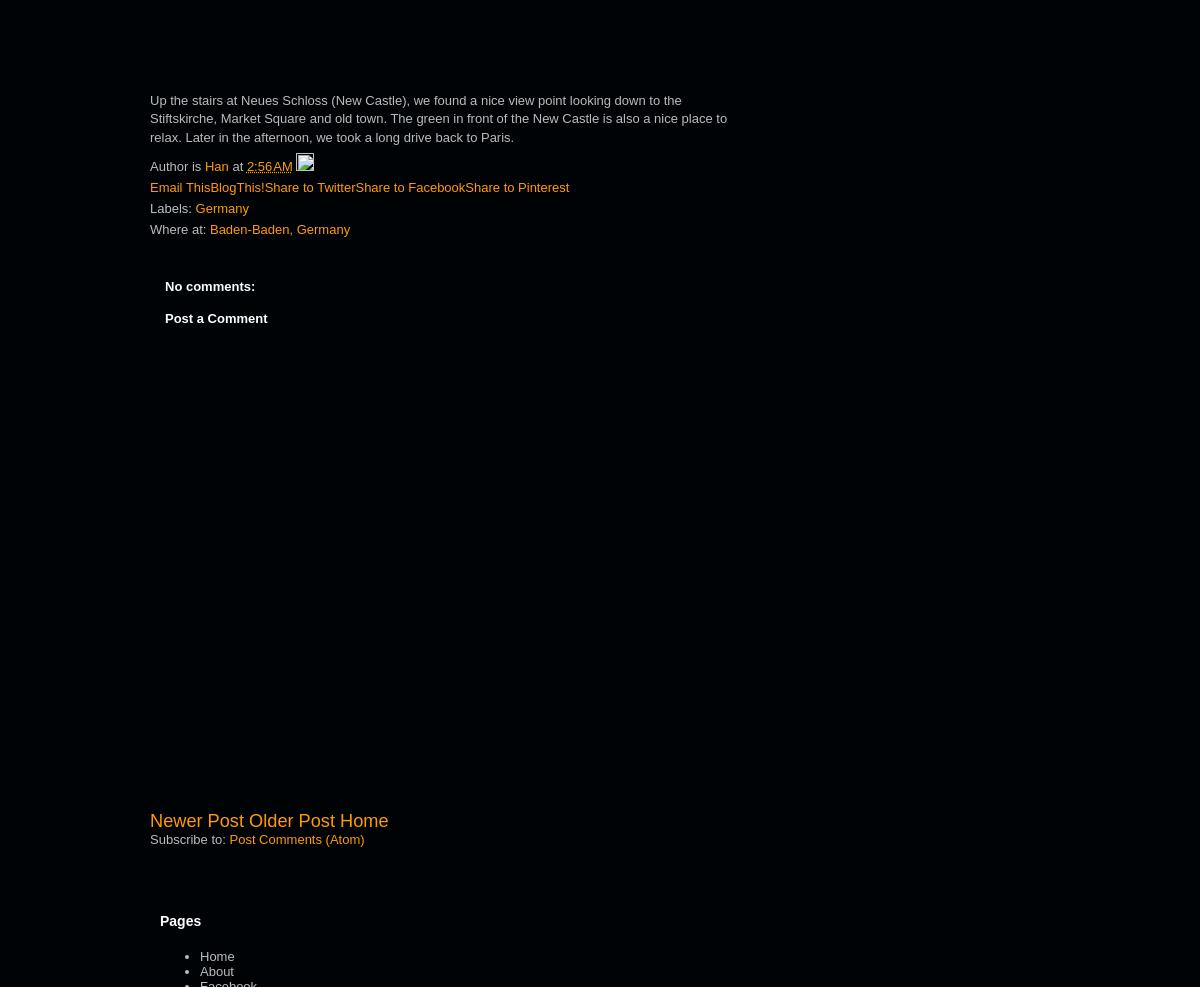 The width and height of the screenshot is (1200, 987). Describe the element at coordinates (290, 819) in the screenshot. I see `'Older Post'` at that location.